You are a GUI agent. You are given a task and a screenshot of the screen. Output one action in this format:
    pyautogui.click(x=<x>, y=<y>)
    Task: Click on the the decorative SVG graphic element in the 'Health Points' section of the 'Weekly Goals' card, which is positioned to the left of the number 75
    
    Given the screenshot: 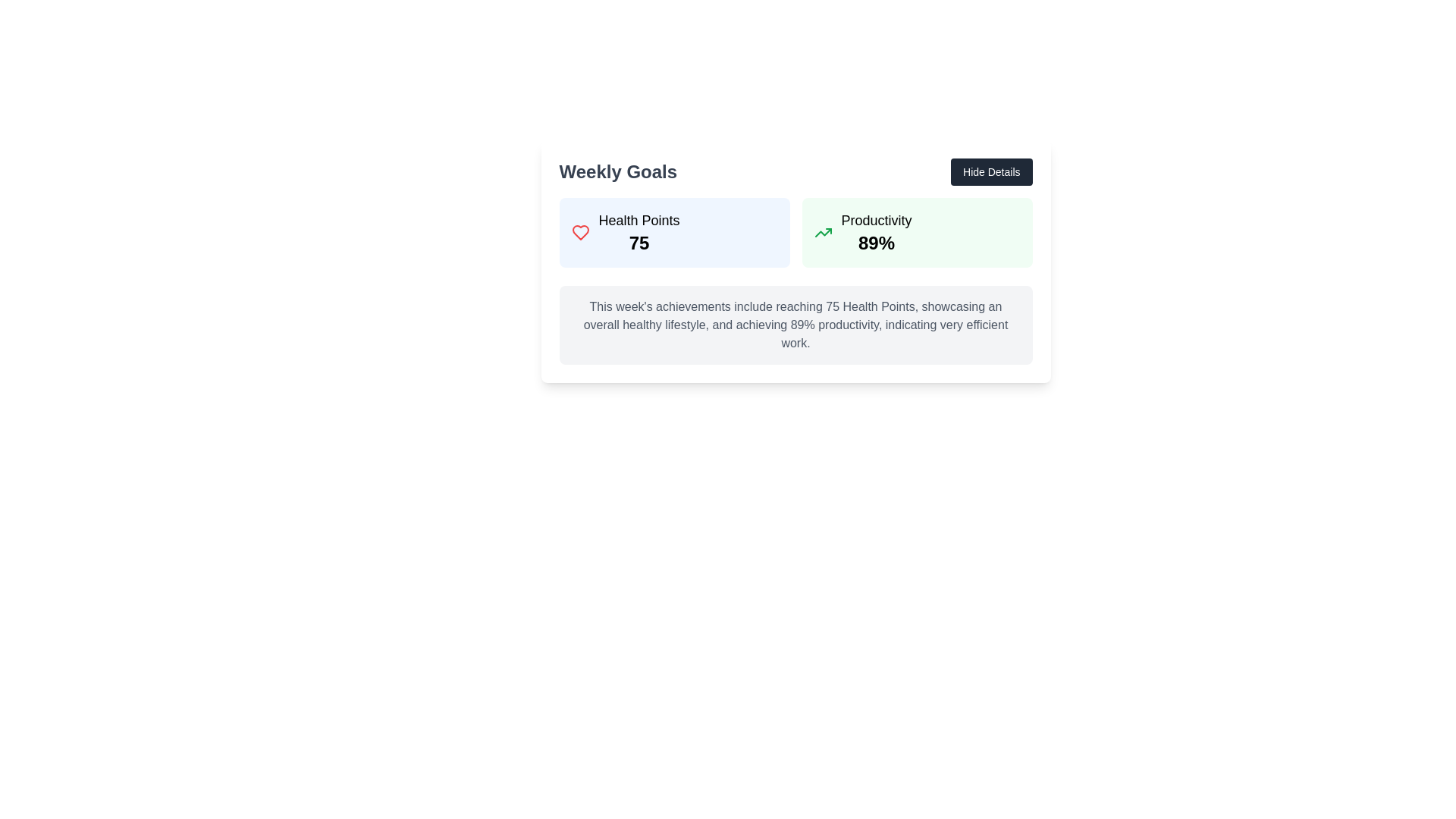 What is the action you would take?
    pyautogui.click(x=579, y=233)
    